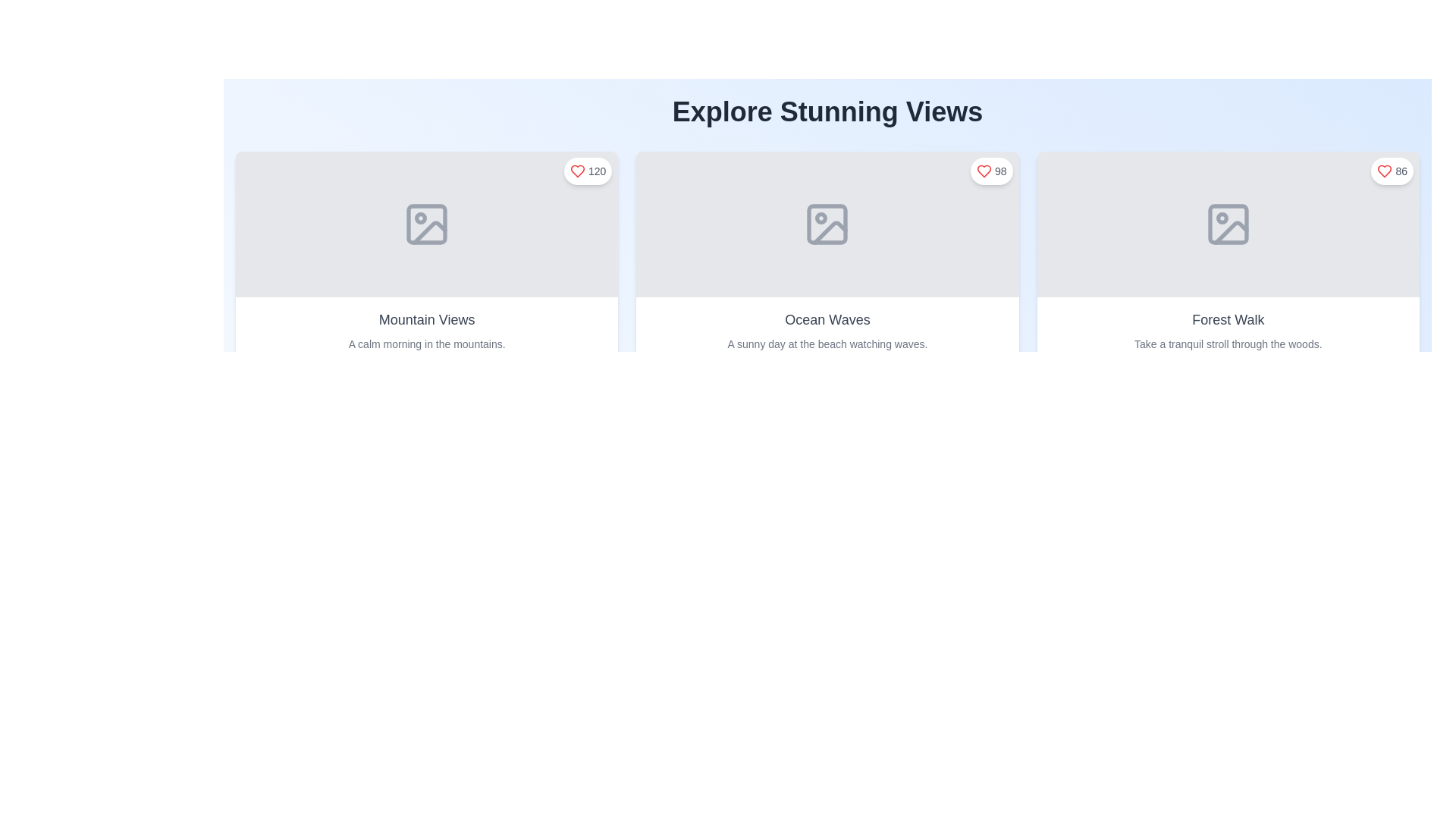 This screenshot has width=1456, height=819. Describe the element at coordinates (426, 256) in the screenshot. I see `title and description of the Card component located at the top-left of the grid layout, which represents an item or entity with interaction options` at that location.